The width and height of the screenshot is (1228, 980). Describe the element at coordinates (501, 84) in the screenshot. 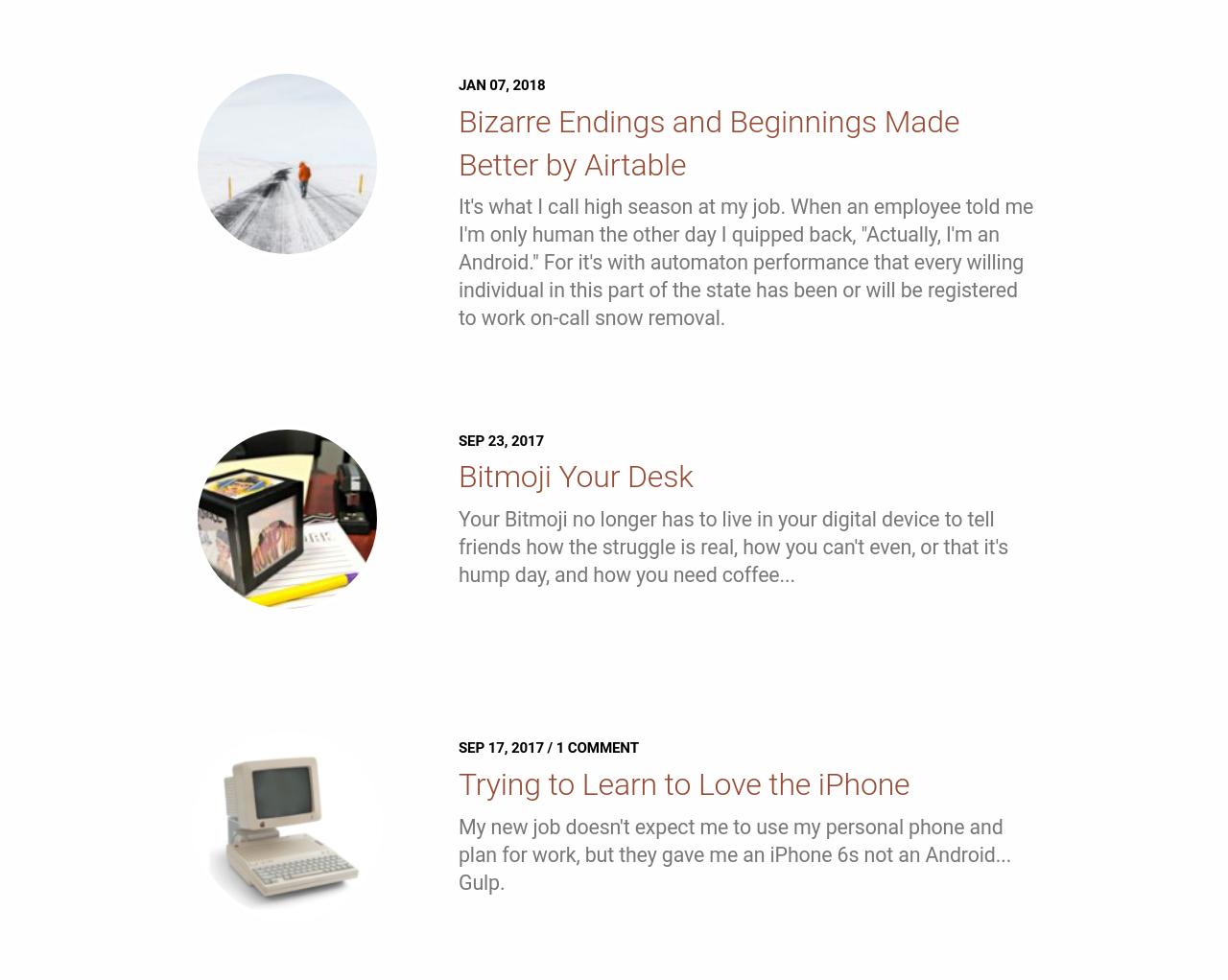

I see `'Jan 07, 2018'` at that location.